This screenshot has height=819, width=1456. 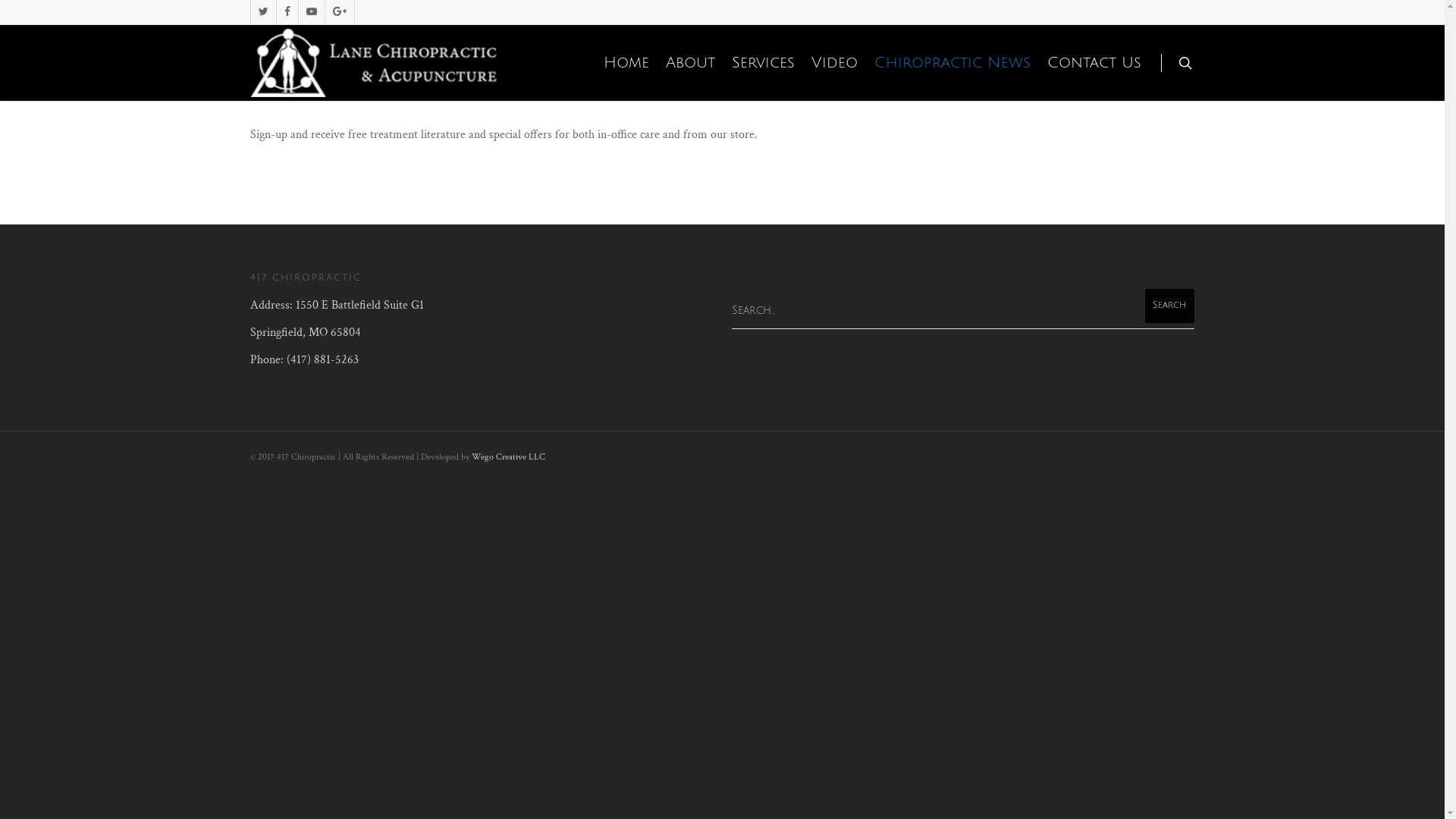 What do you see at coordinates (962, 309) in the screenshot?
I see `'Search for:'` at bounding box center [962, 309].